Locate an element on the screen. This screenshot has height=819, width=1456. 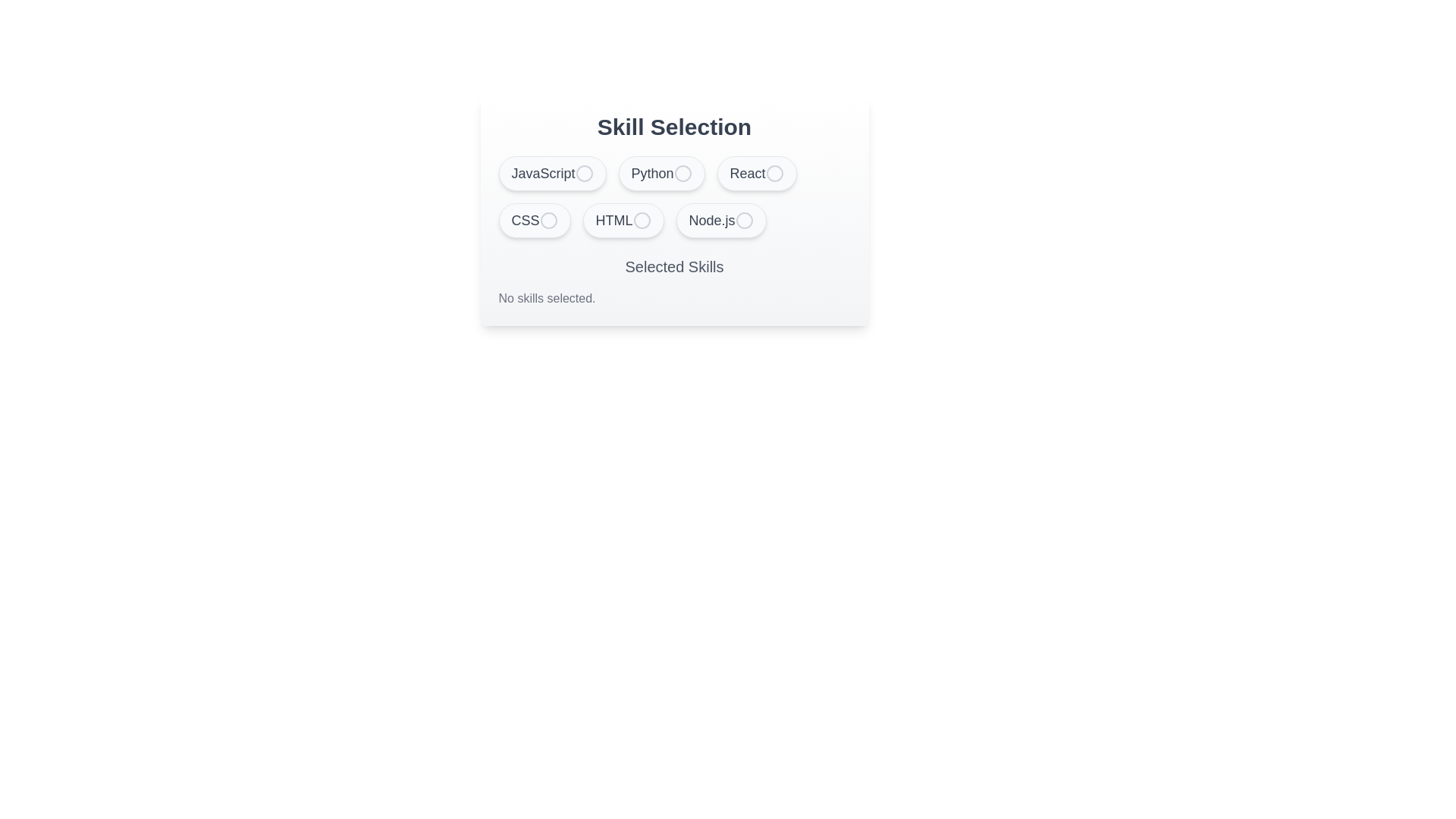
the fifth button in a horizontal list of six buttons located in the bottom row is located at coordinates (623, 220).